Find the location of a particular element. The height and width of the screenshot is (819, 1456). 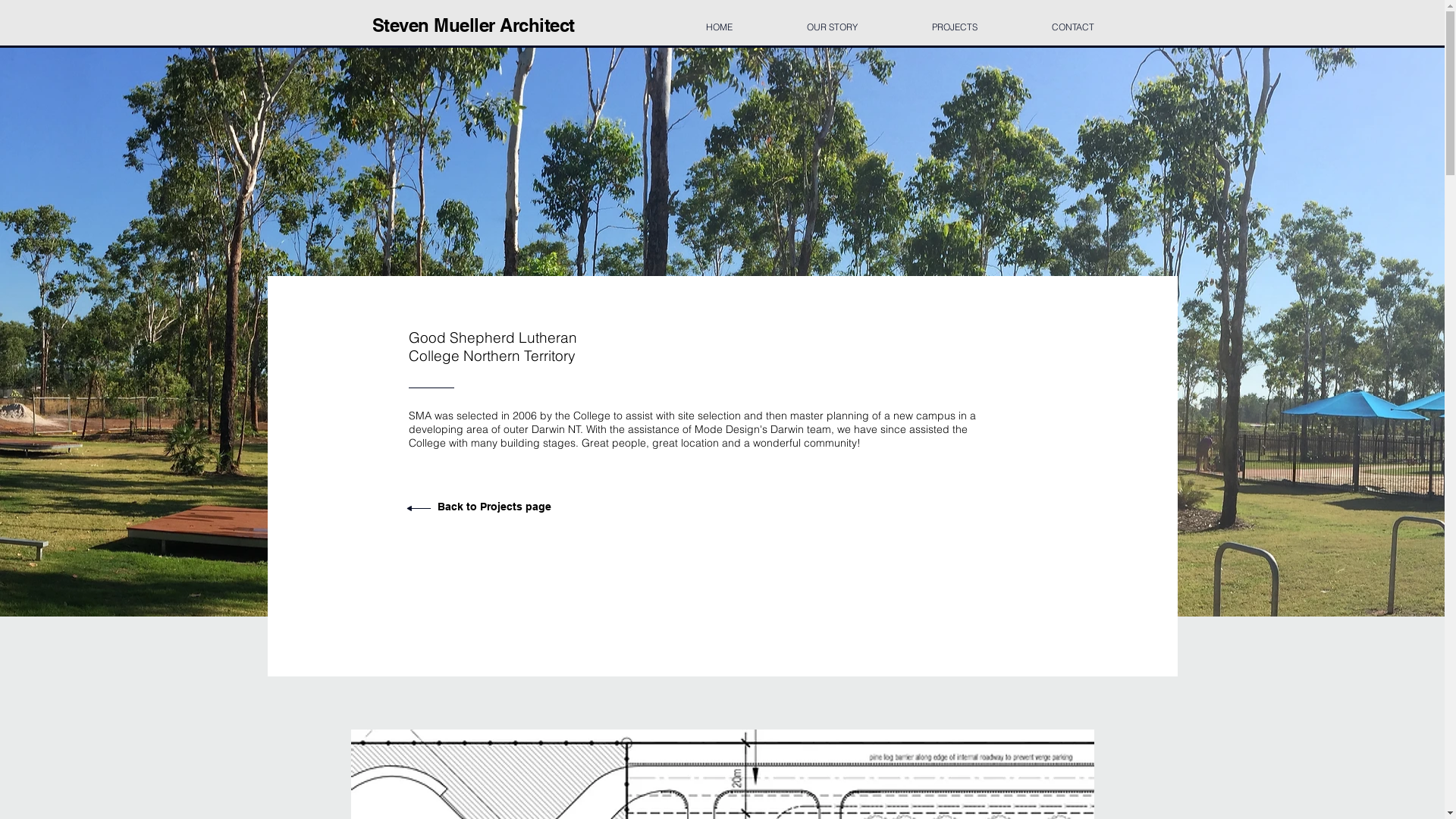

'HOME' is located at coordinates (718, 20).